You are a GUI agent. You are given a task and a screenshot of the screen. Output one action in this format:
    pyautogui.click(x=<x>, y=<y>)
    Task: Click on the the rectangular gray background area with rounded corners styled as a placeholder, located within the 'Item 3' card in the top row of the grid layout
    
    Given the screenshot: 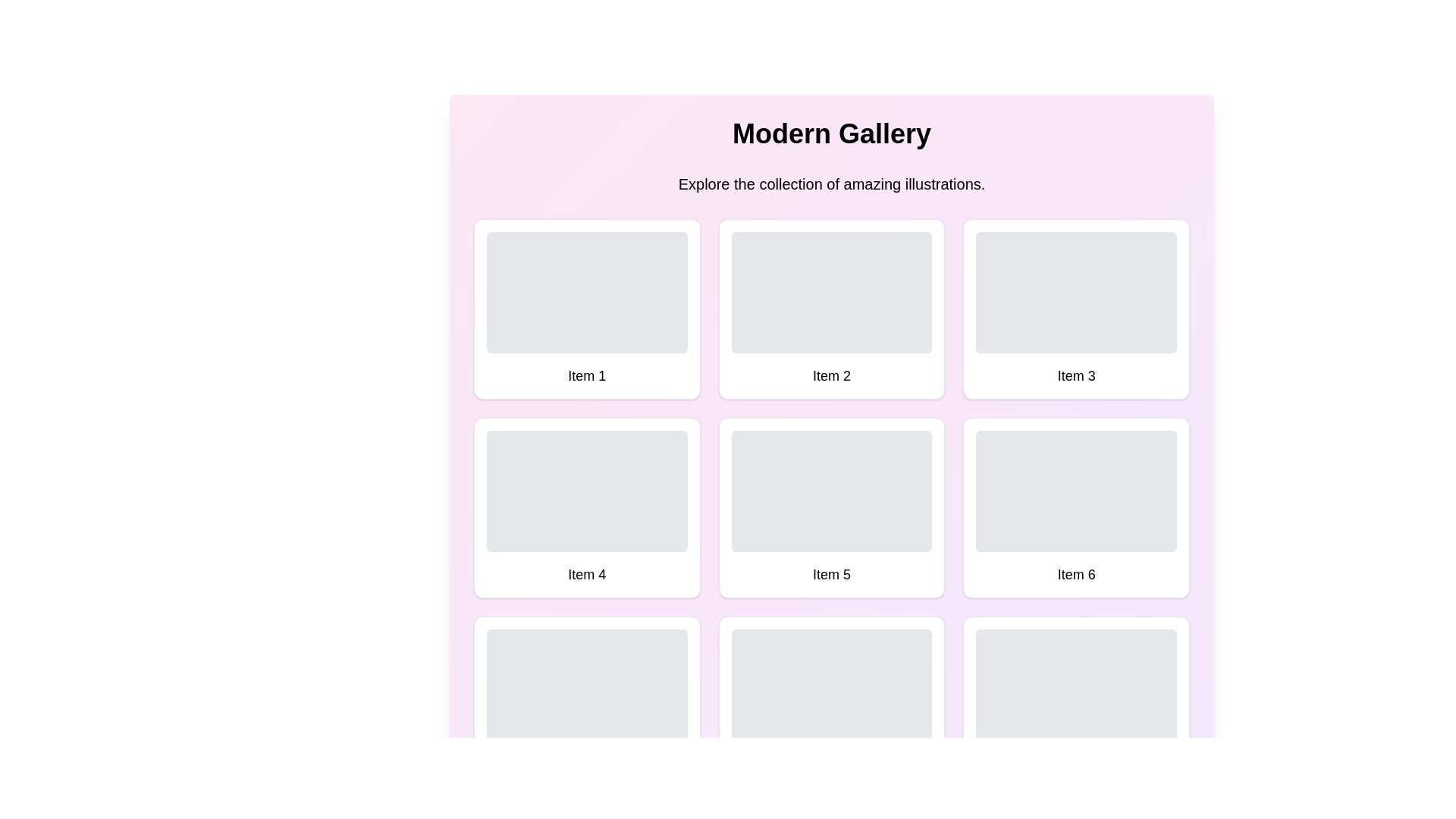 What is the action you would take?
    pyautogui.click(x=1075, y=292)
    